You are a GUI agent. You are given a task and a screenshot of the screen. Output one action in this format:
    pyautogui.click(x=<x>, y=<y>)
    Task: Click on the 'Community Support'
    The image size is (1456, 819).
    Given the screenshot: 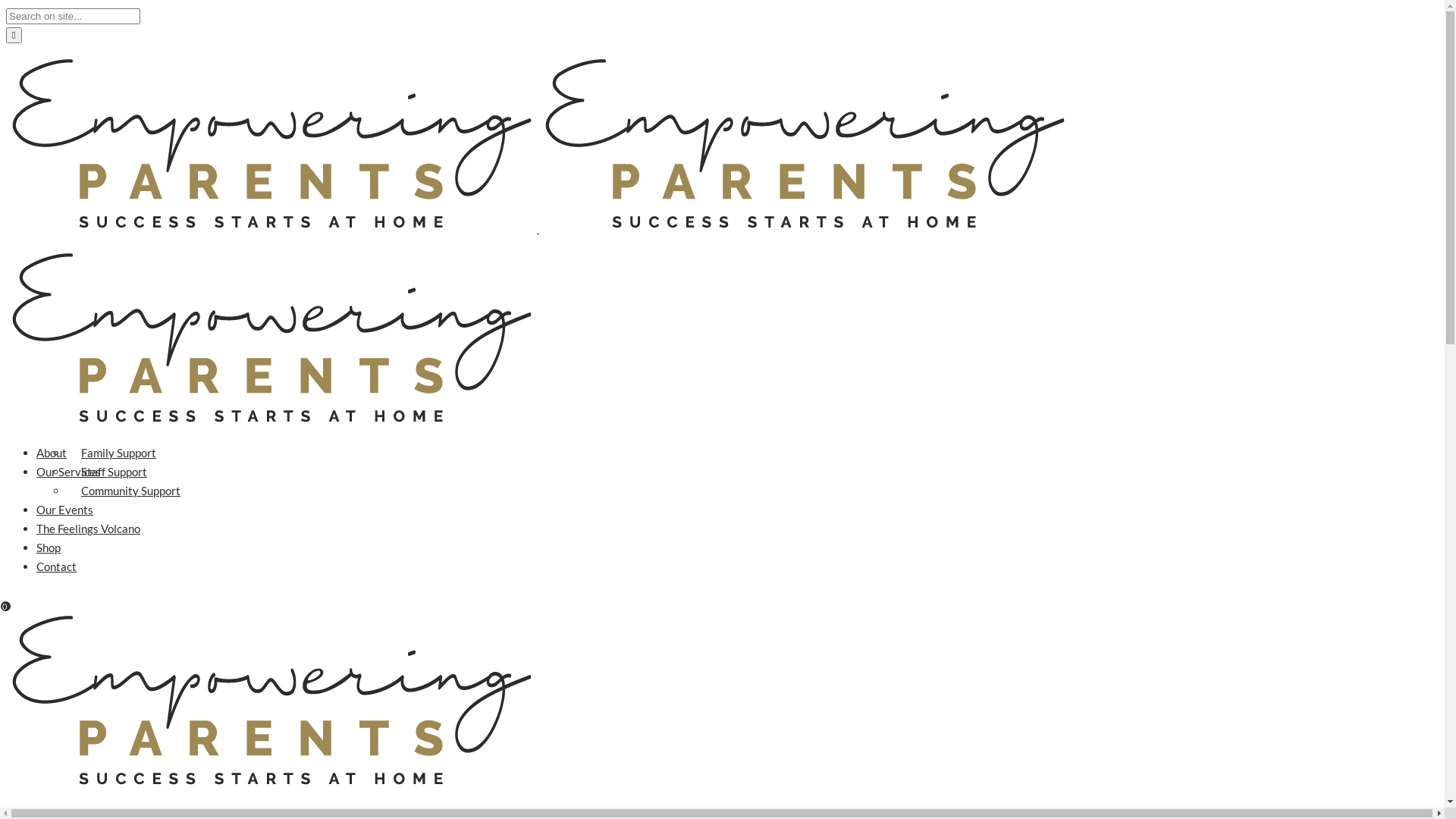 What is the action you would take?
    pyautogui.click(x=130, y=491)
    